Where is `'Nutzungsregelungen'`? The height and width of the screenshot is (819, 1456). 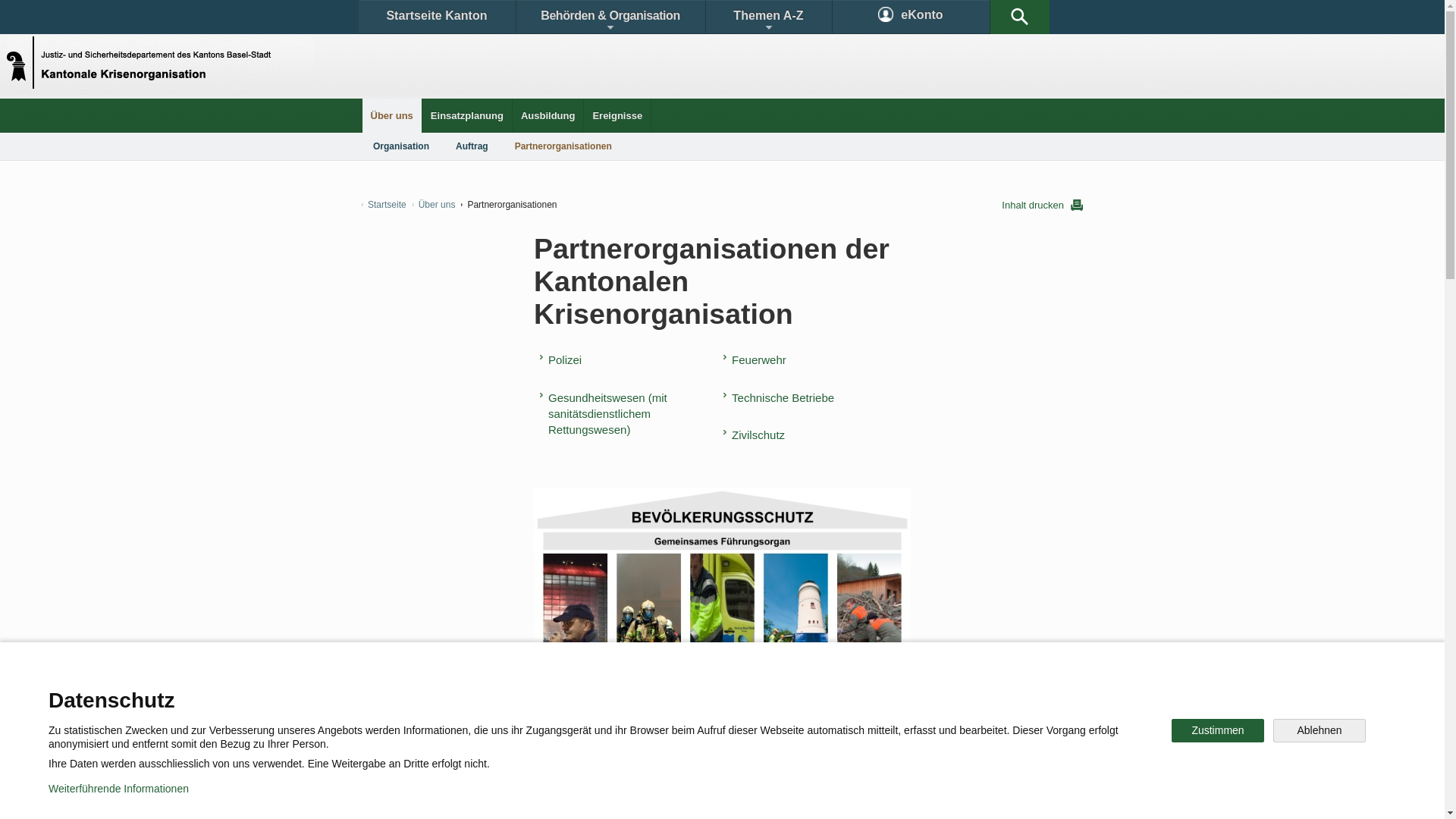
'Nutzungsregelungen' is located at coordinates (543, 795).